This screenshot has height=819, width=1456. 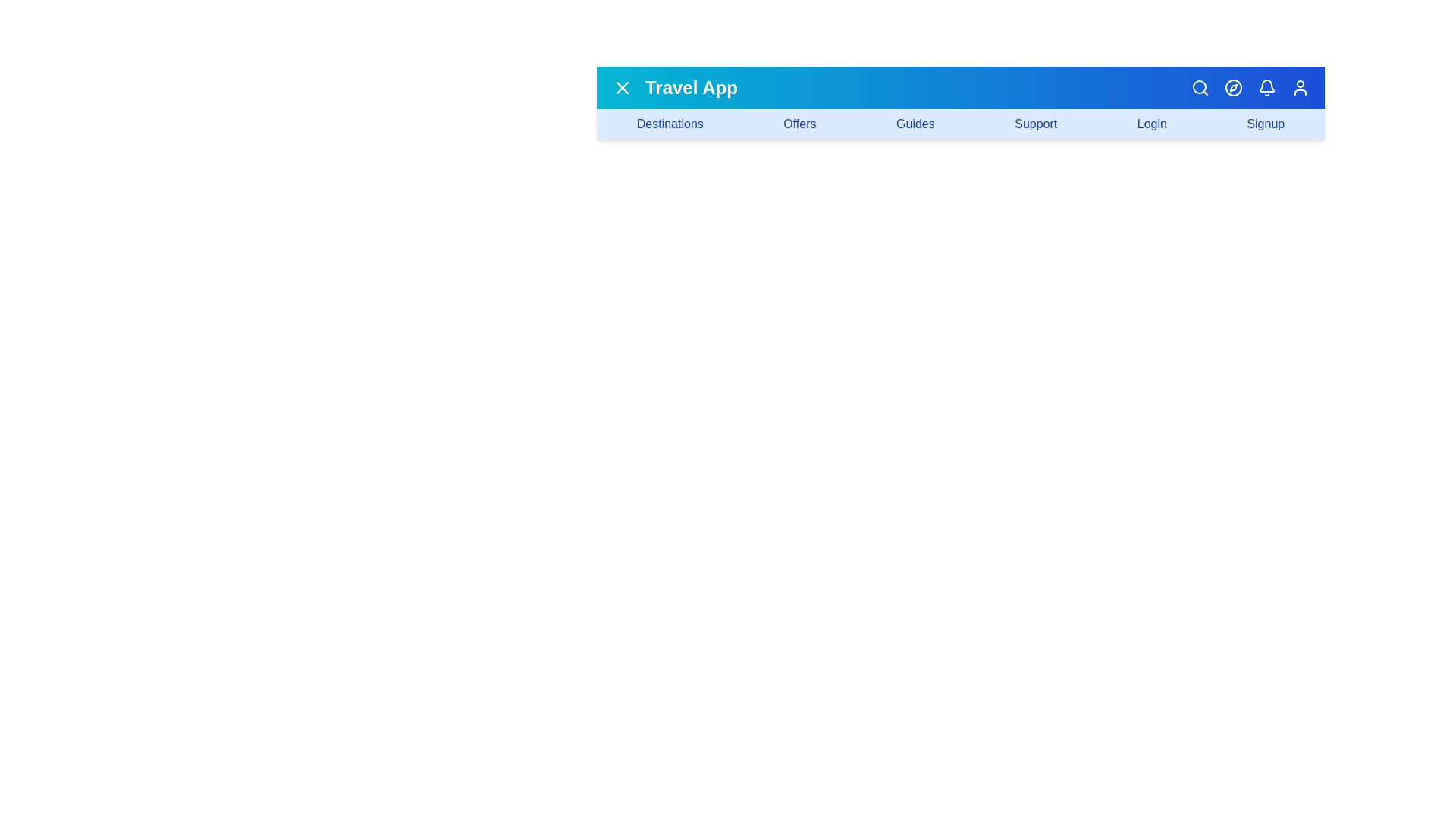 I want to click on menu toggle button to open or close the menu, so click(x=622, y=87).